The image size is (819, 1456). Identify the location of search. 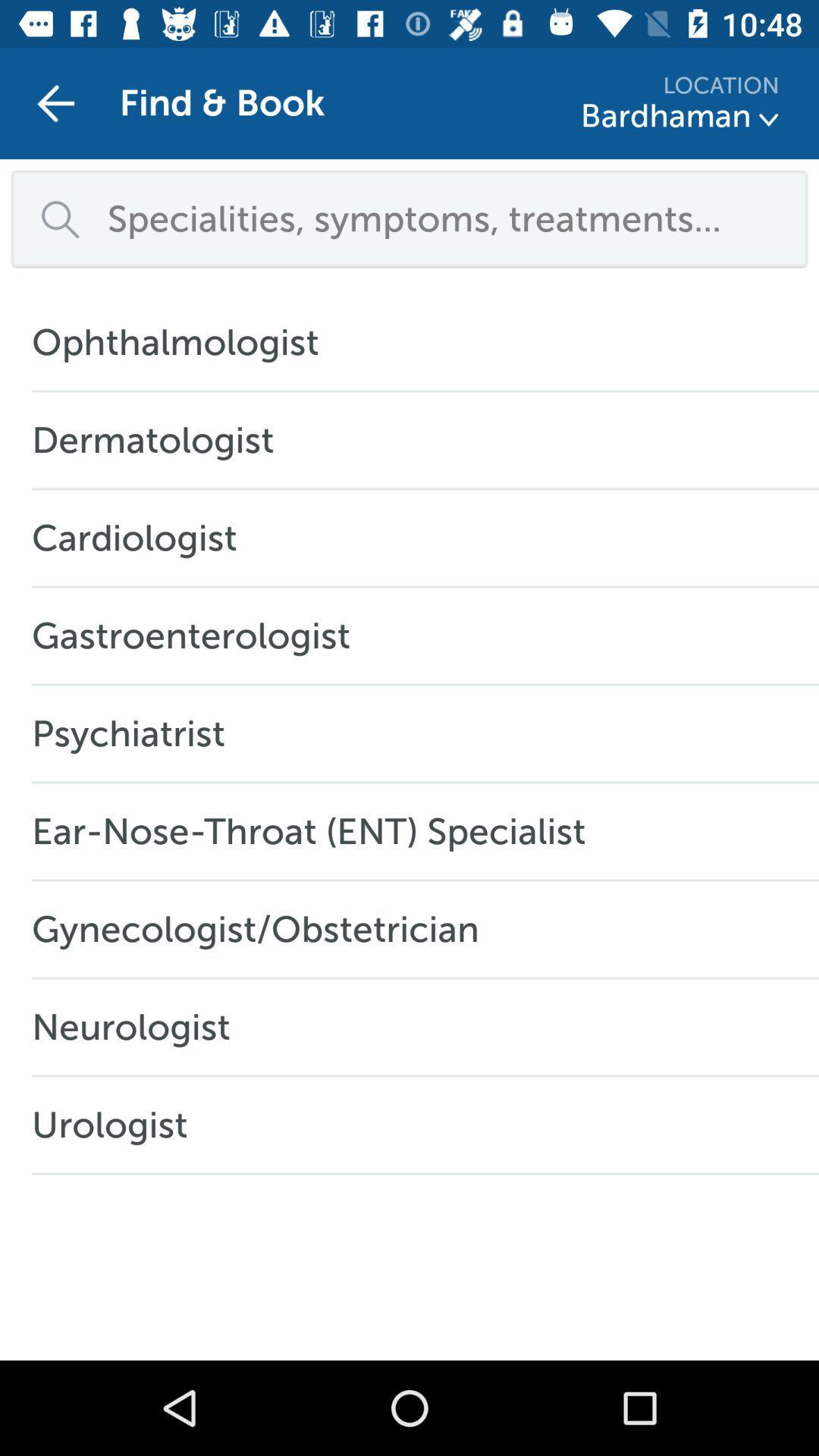
(446, 218).